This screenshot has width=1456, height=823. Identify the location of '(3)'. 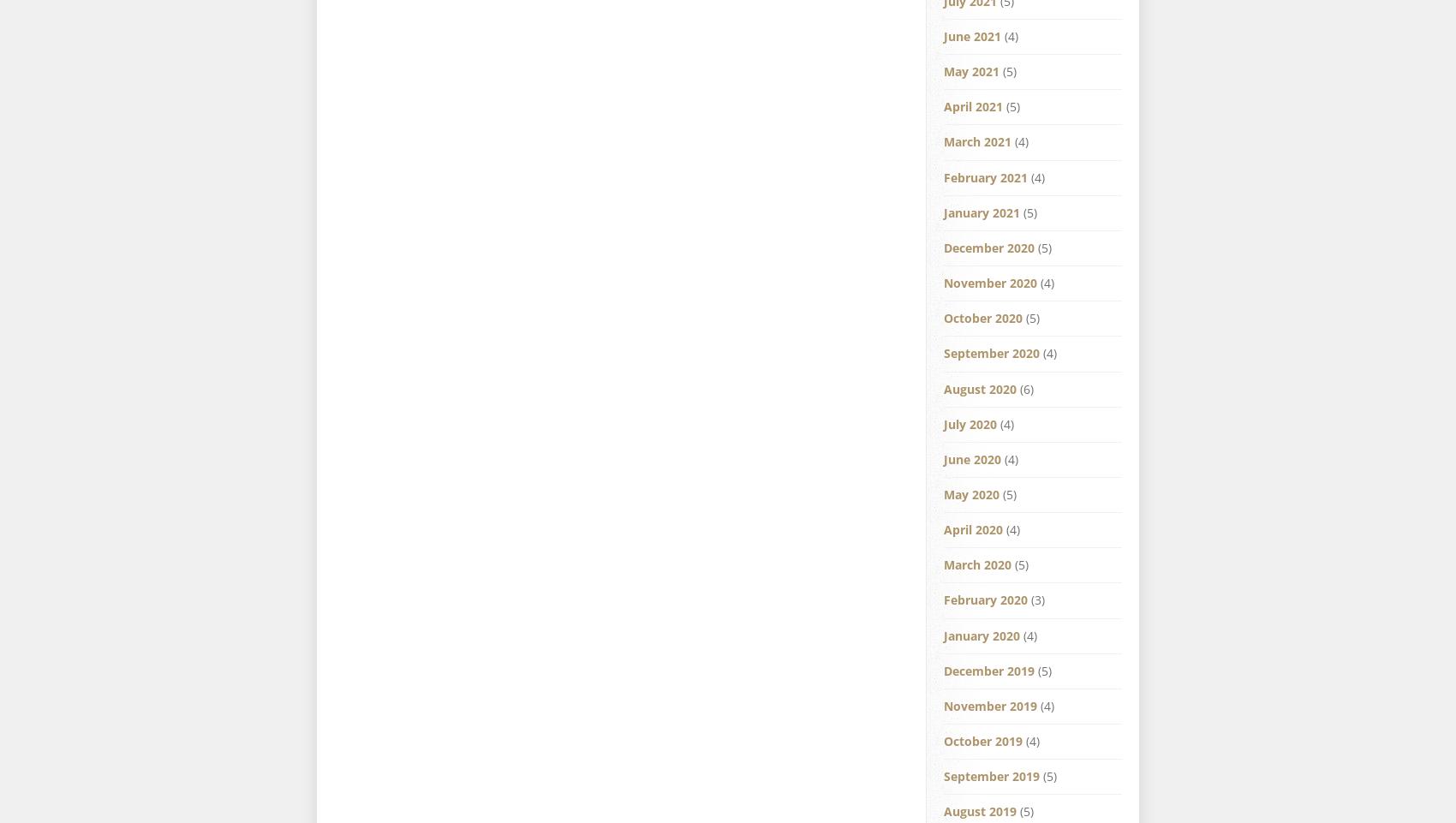
(1027, 599).